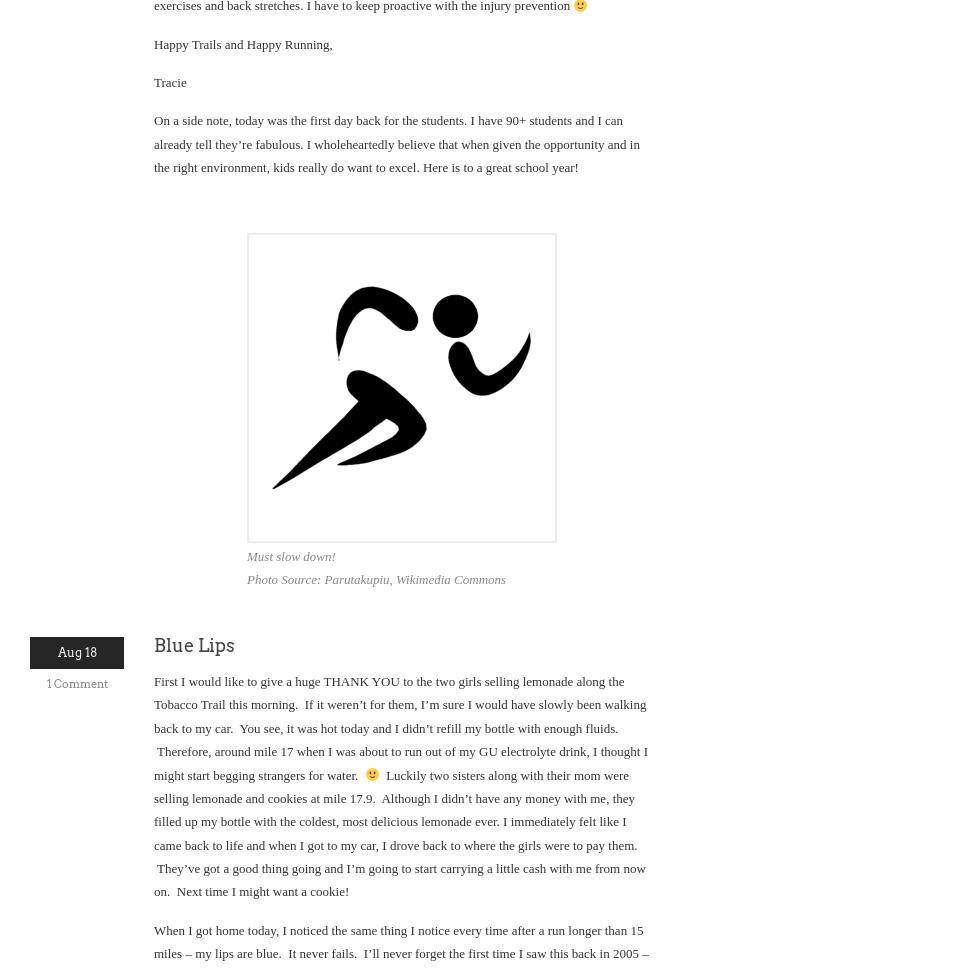 The image size is (960, 972). Describe the element at coordinates (399, 726) in the screenshot. I see `'First I would like to give a huge THANK YOU to the two girls selling lemonade along the Tobacco Trail this morning.  If it weren’t for them, I’m sure I would have slowly been walking back to my car.  You see, it was hot today and I didn’t refill my bottle with enough fluids.  Therefore, around mile 17 when I was about to run out of my GU electrolyte drink, I thought I might start begging strangers for water.'` at that location.